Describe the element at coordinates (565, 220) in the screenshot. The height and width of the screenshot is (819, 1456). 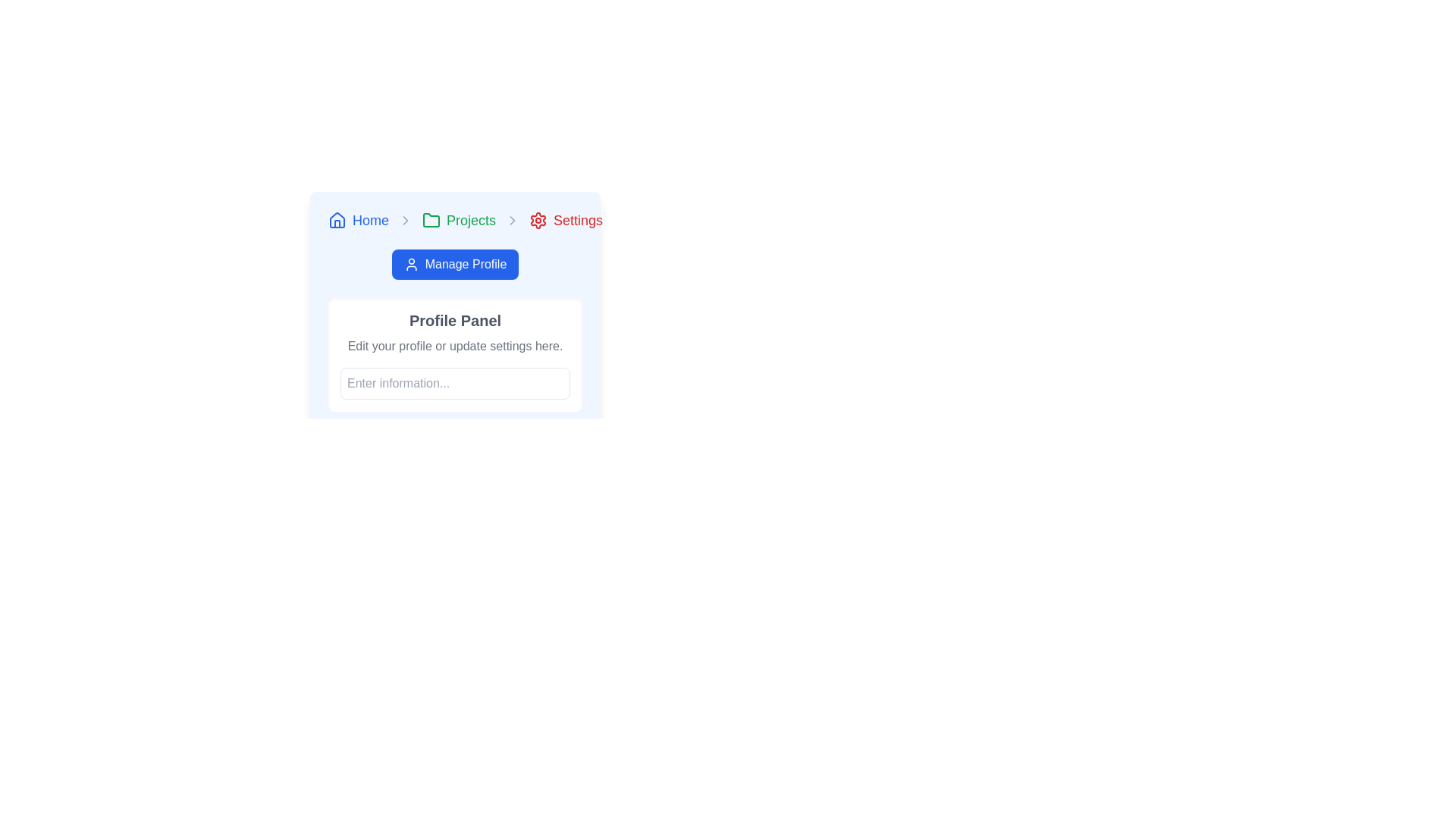
I see `the 'Settings' text, which is a red text and icon pair located in the navigation bar` at that location.